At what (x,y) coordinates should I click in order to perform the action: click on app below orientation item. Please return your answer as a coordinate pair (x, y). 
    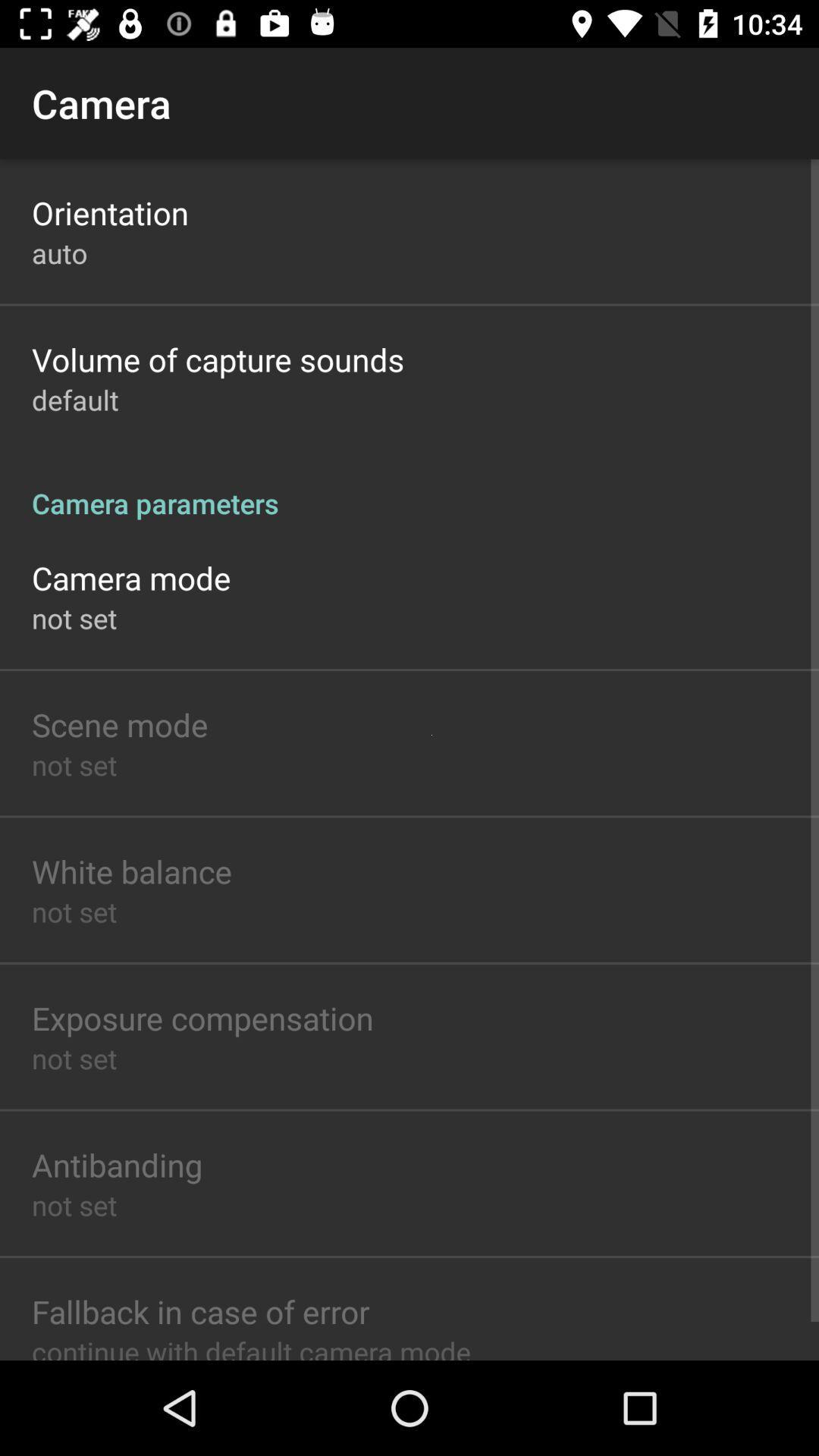
    Looking at the image, I should click on (58, 253).